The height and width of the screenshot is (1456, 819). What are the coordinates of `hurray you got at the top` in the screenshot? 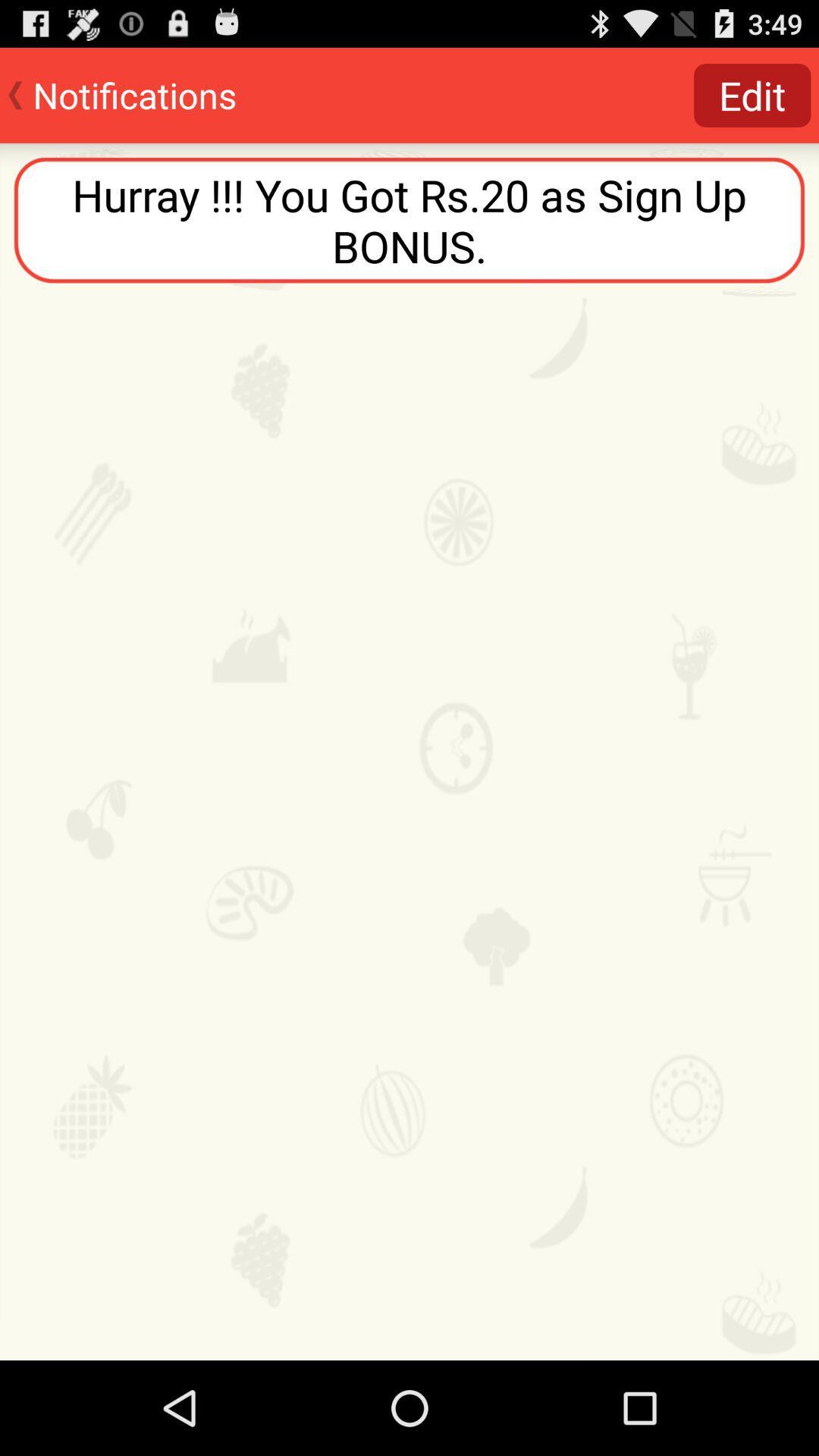 It's located at (409, 219).